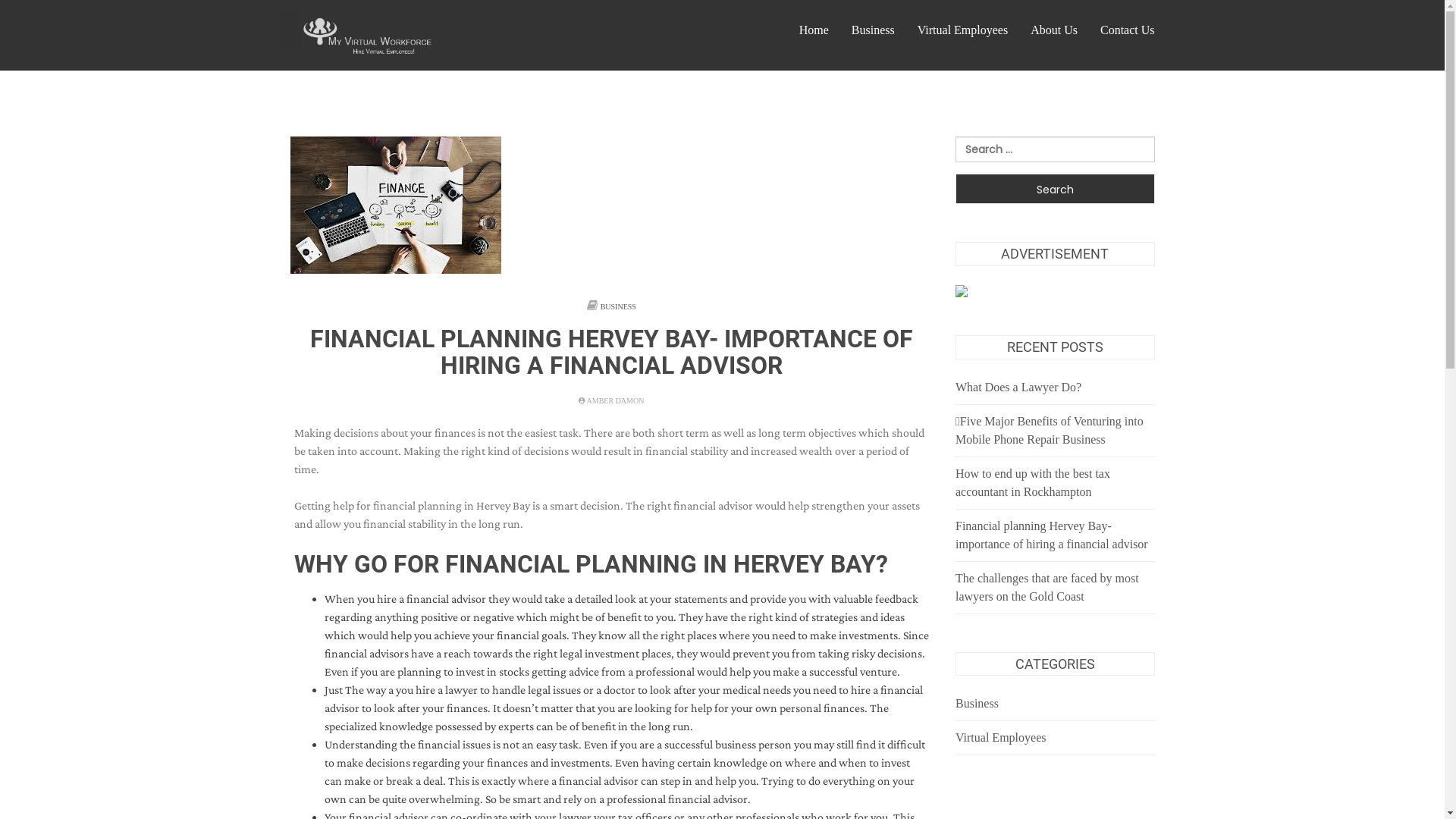  Describe the element at coordinates (813, 30) in the screenshot. I see `'Home'` at that location.